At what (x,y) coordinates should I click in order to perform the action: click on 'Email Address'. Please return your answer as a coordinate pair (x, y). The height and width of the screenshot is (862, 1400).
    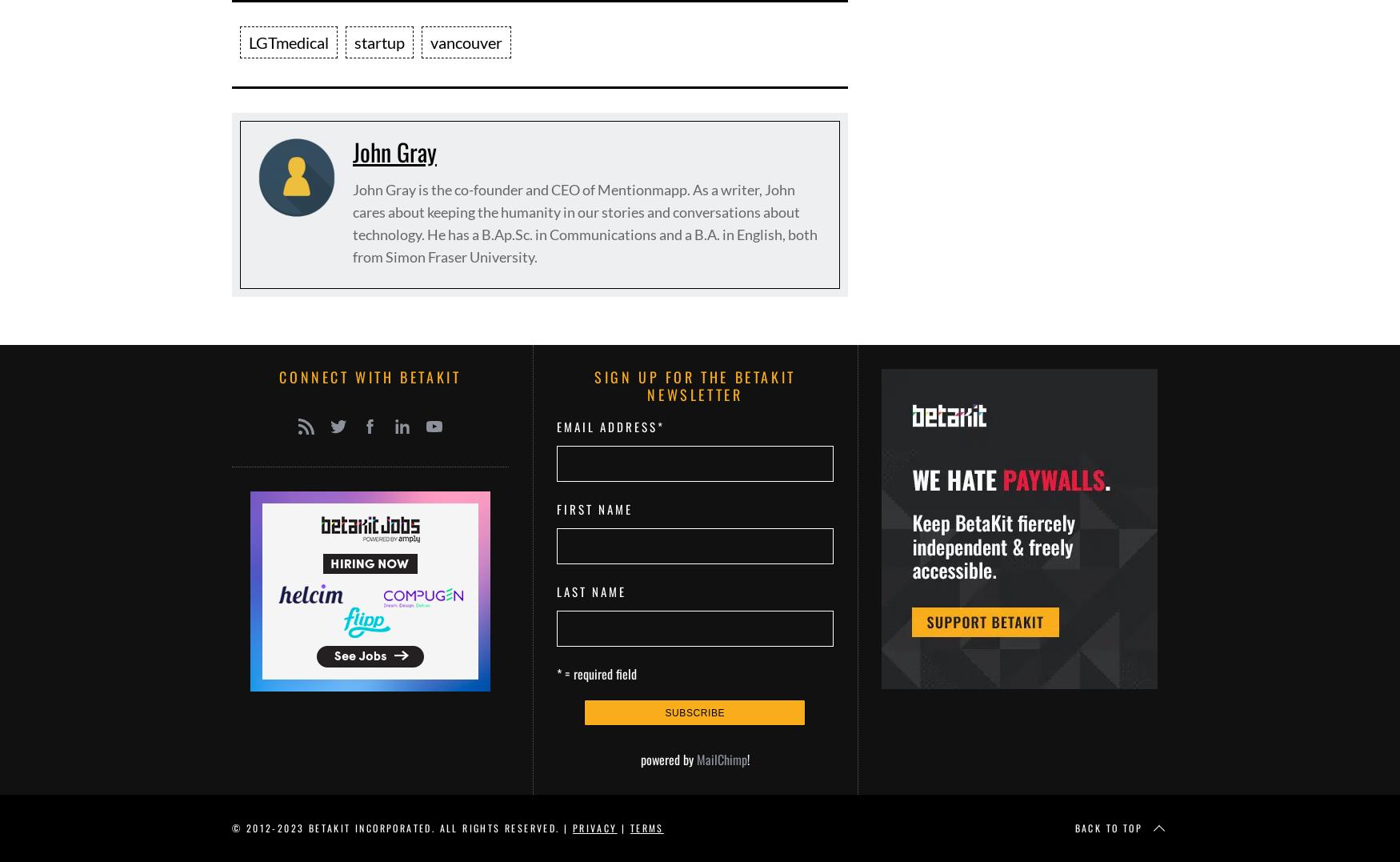
    Looking at the image, I should click on (605, 426).